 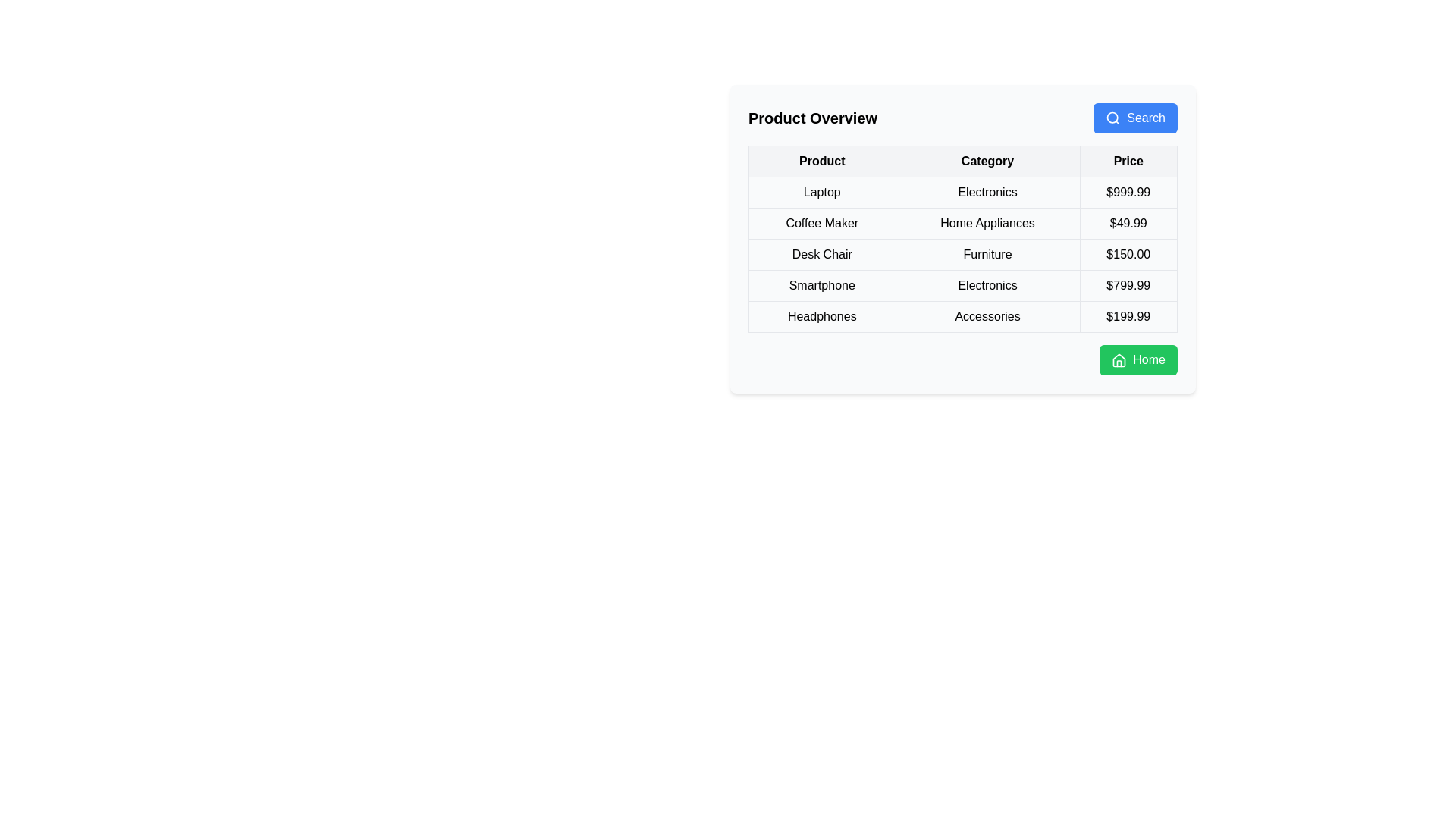 I want to click on the header row of the table under 'Product Overview' to sort the columns by 'Product', 'Category', or 'Price', so click(x=962, y=161).